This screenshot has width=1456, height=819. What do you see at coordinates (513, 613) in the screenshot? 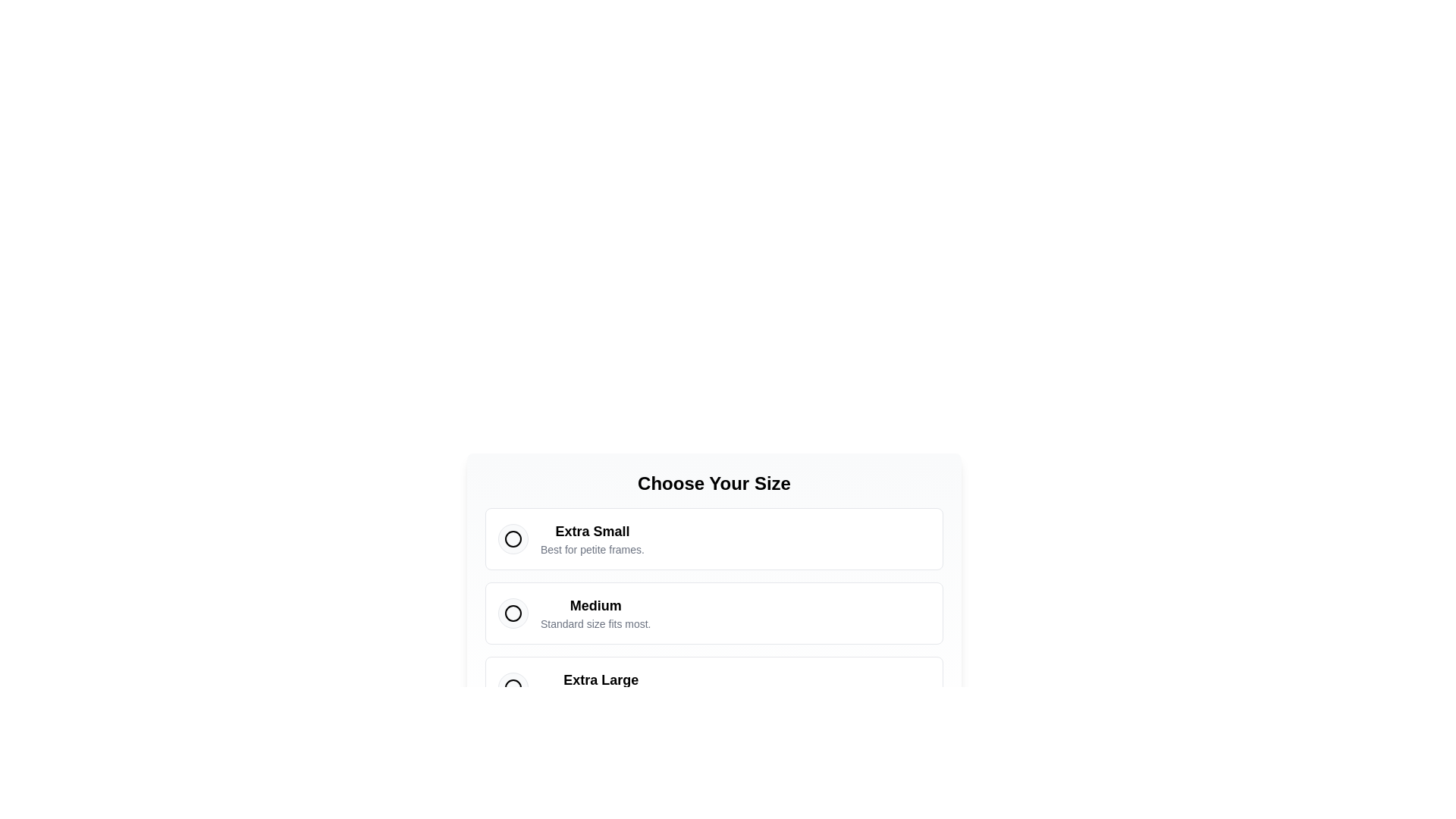
I see `the circular SVG element inside the highlighted radio button for the 'Medium' size option` at bounding box center [513, 613].